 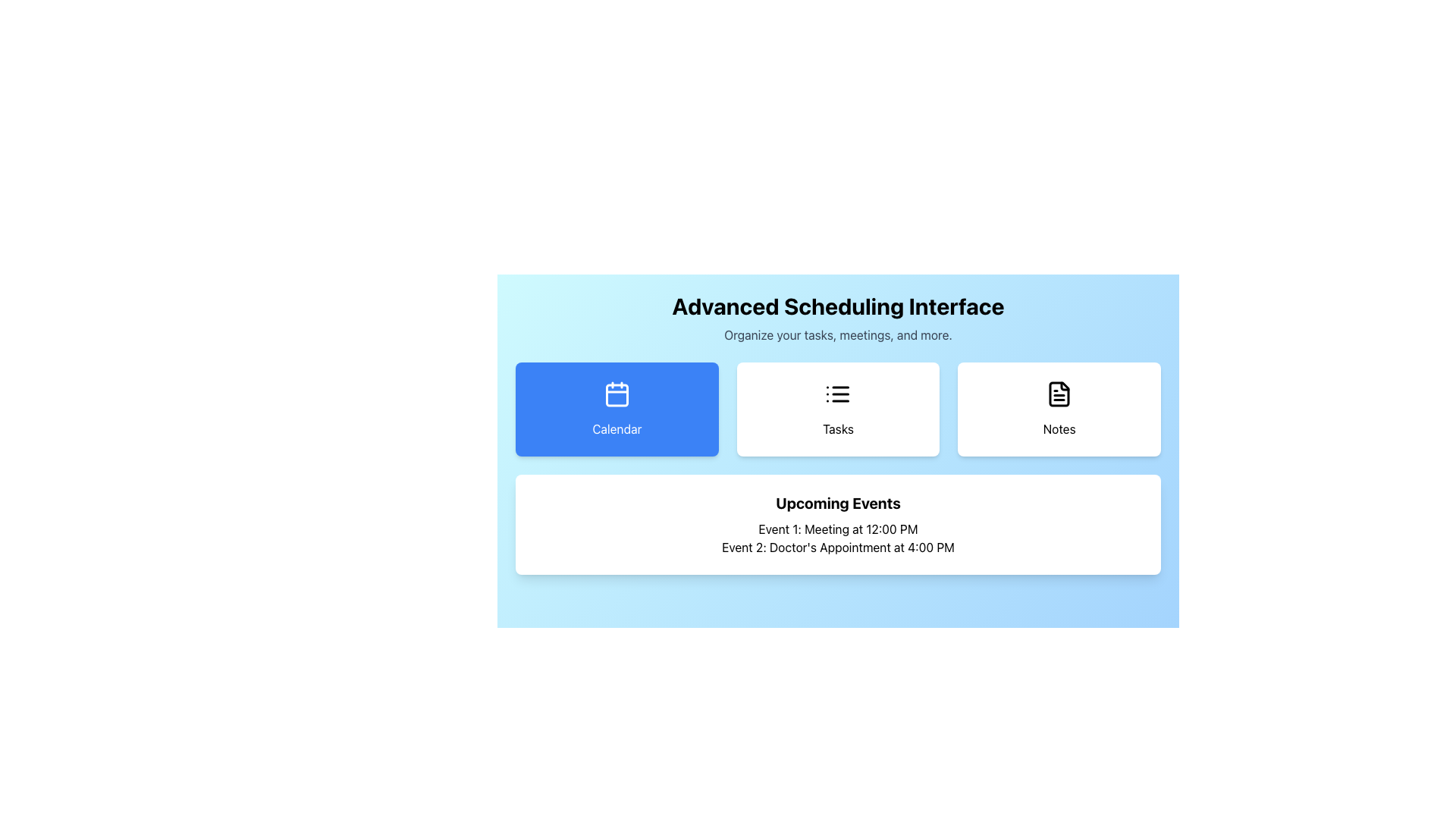 What do you see at coordinates (837, 523) in the screenshot?
I see `the informational Text Block that lists scheduled events and times, located below the 'Calendar', 'Tasks', and 'Notes' buttons` at bounding box center [837, 523].